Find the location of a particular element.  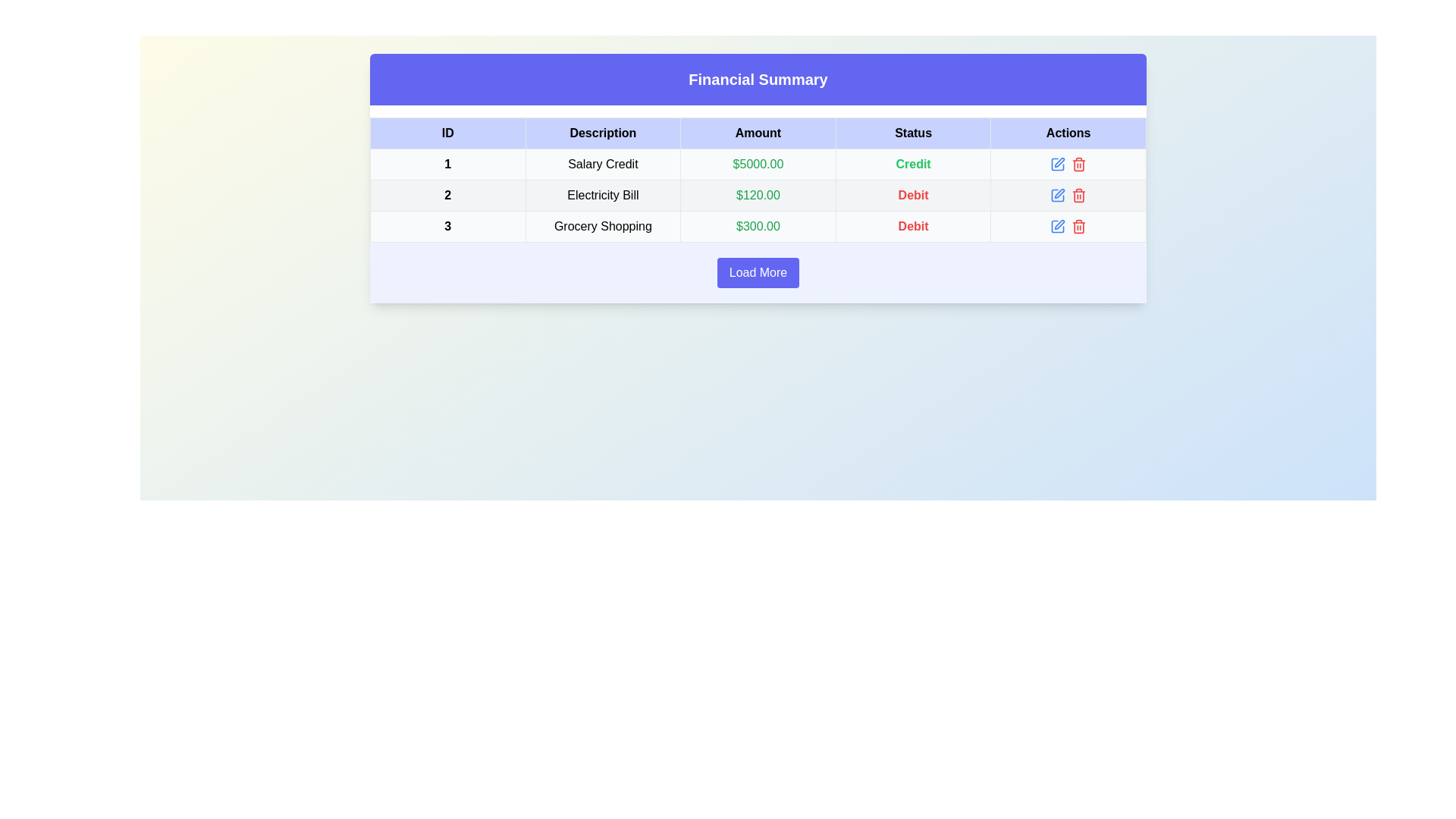

the text label displaying 'Electricity Bill' located in the second row of the table under the 'Description' header is located at coordinates (602, 195).